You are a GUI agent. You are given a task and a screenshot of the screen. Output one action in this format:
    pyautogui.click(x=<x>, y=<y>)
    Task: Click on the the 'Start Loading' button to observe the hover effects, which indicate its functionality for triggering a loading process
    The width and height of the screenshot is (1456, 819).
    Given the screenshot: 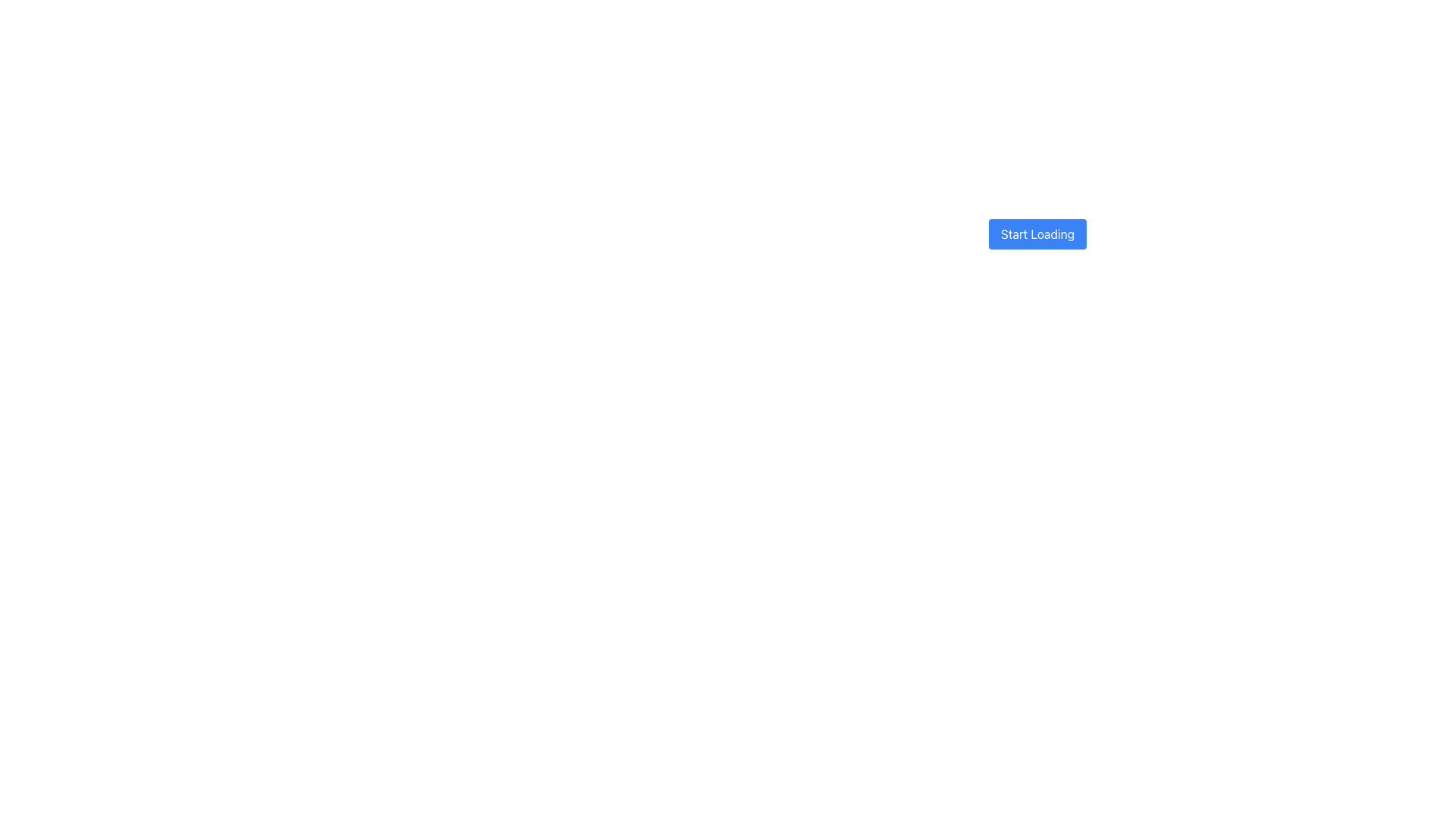 What is the action you would take?
    pyautogui.click(x=1037, y=227)
    